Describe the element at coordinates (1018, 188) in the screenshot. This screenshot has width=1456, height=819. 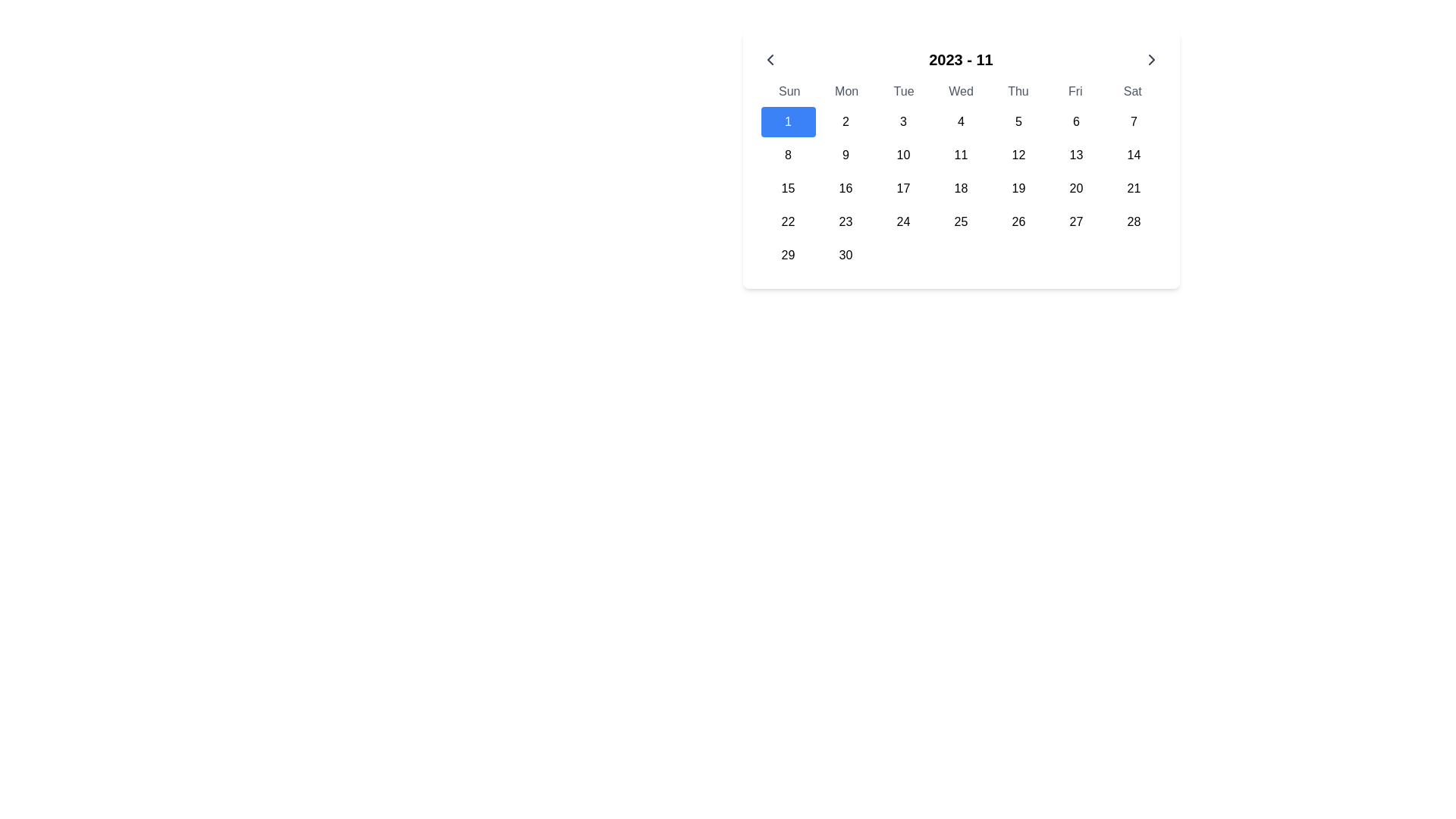
I see `the calendar day cell displaying '19'` at that location.